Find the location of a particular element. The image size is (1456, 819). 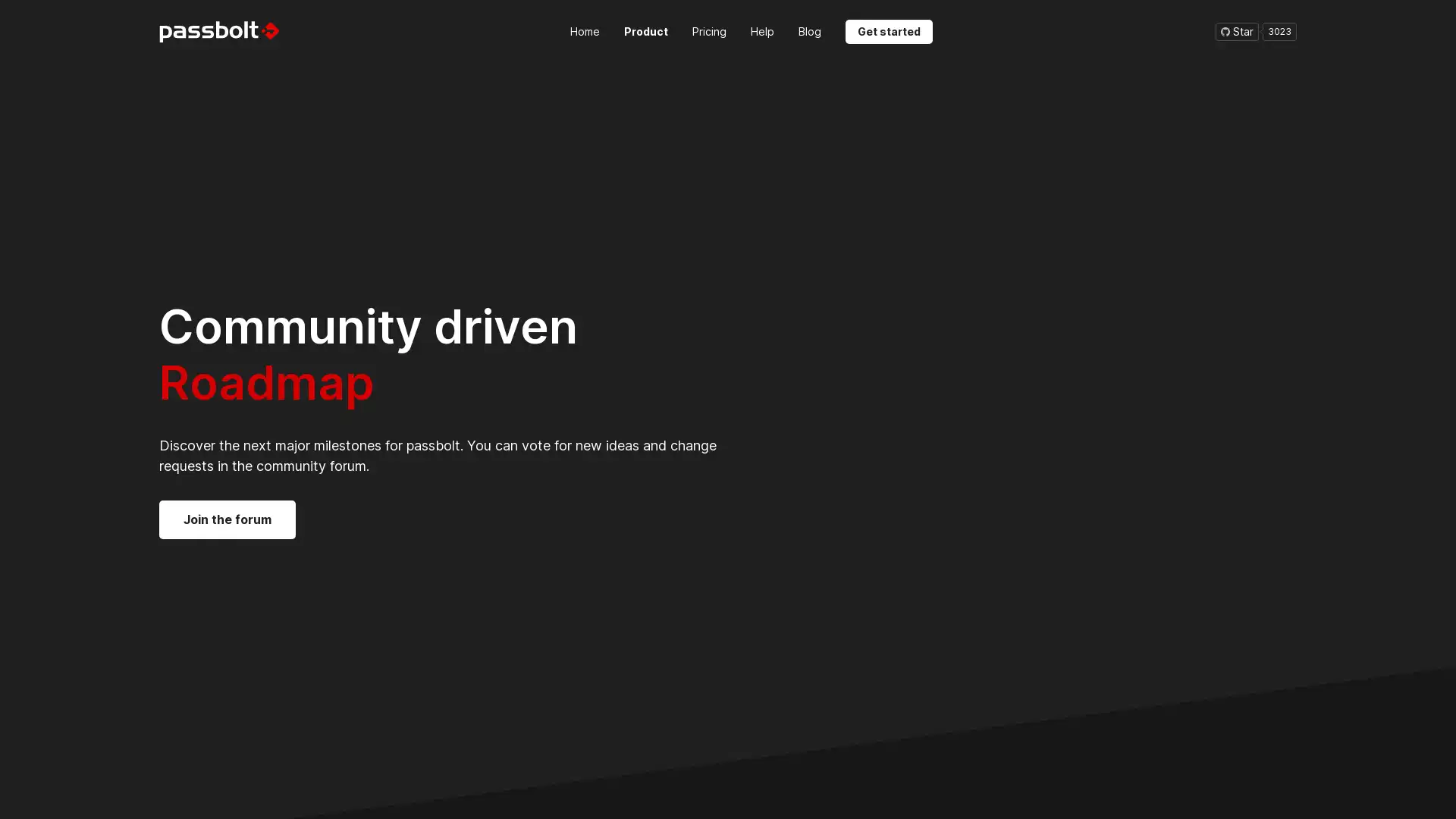

Join the forum is located at coordinates (226, 519).